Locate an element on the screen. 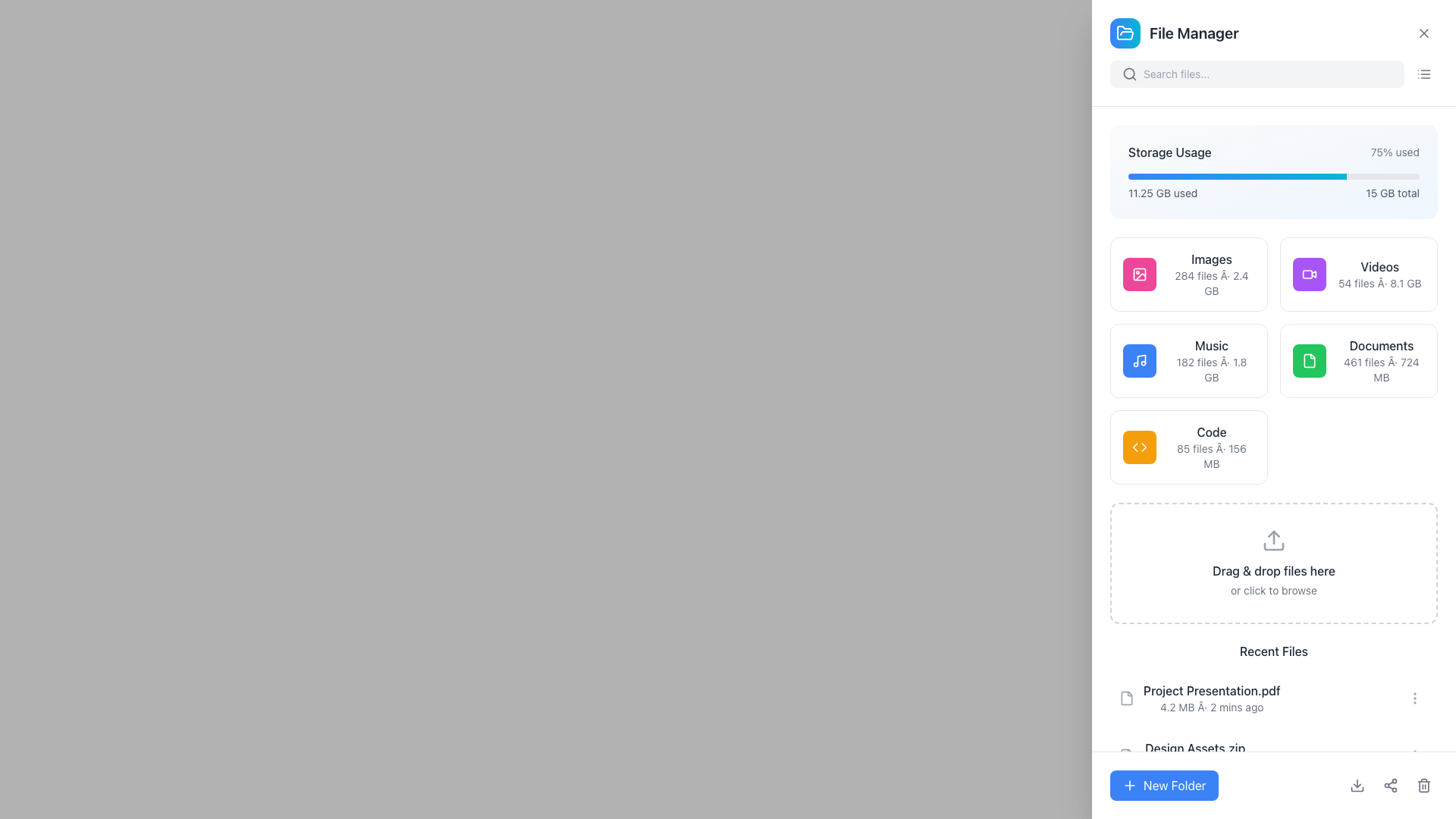 This screenshot has height=819, width=1456. the blue rectangular button labeled 'Music' with a music note icon is located at coordinates (1188, 360).